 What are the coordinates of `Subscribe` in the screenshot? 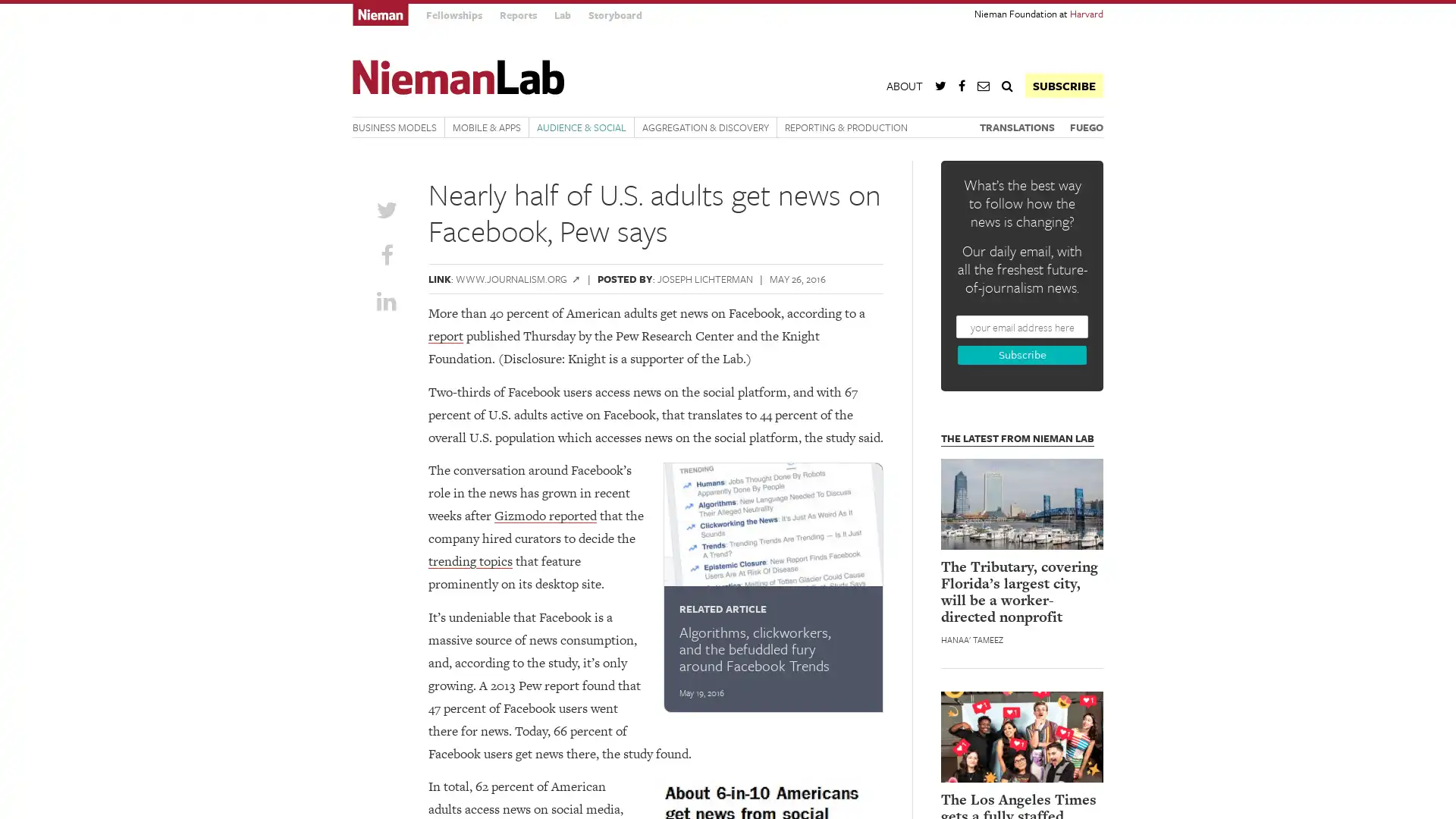 It's located at (1022, 355).